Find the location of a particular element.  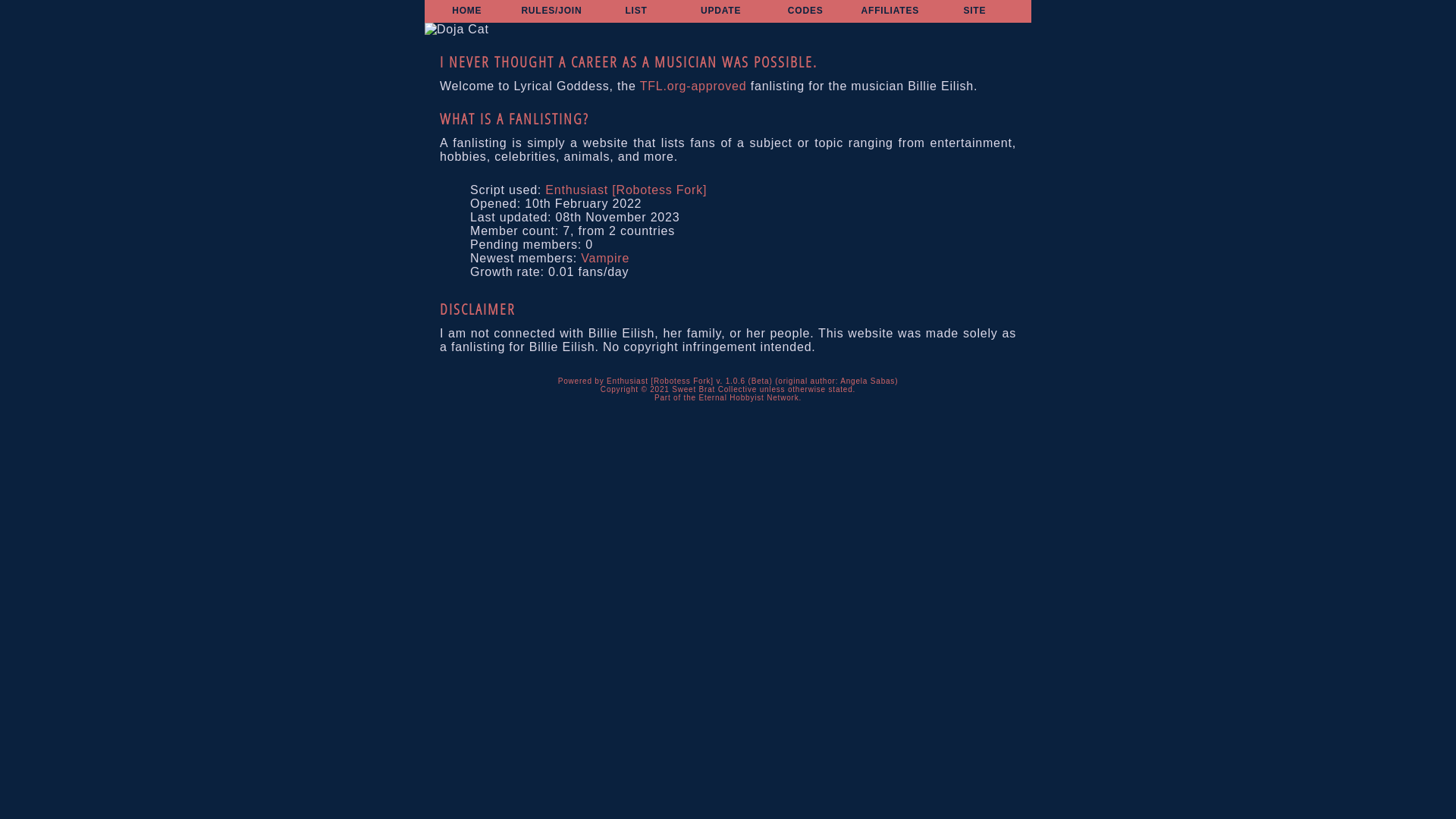

'SITE' is located at coordinates (974, 11).